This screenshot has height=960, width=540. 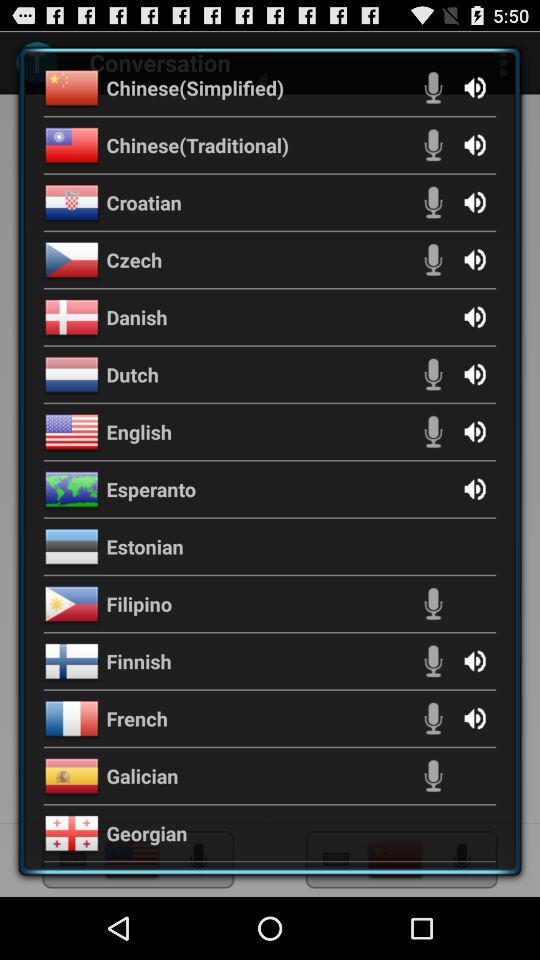 What do you see at coordinates (138, 661) in the screenshot?
I see `the app above french icon` at bounding box center [138, 661].